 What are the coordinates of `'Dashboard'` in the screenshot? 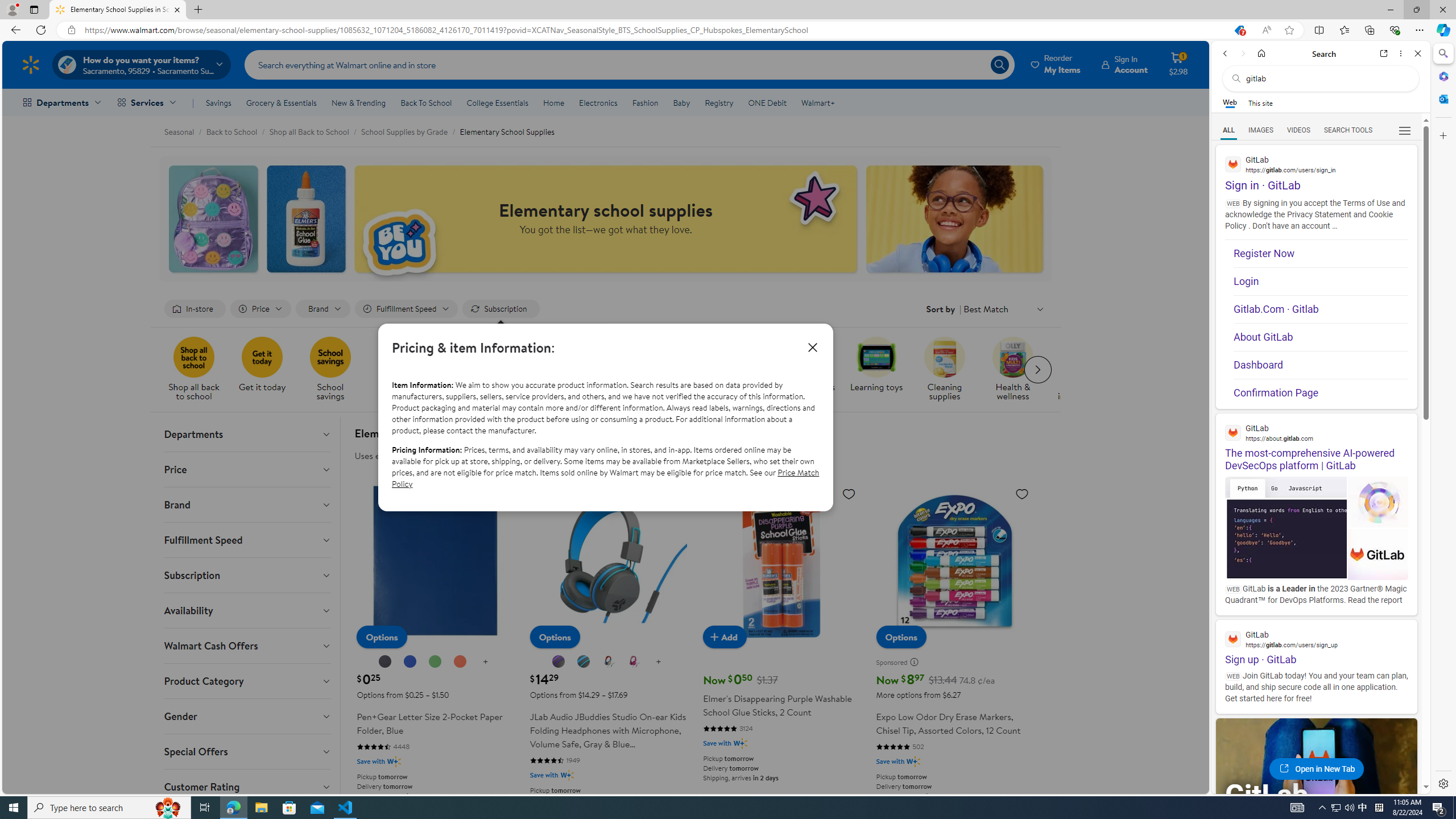 It's located at (1319, 365).